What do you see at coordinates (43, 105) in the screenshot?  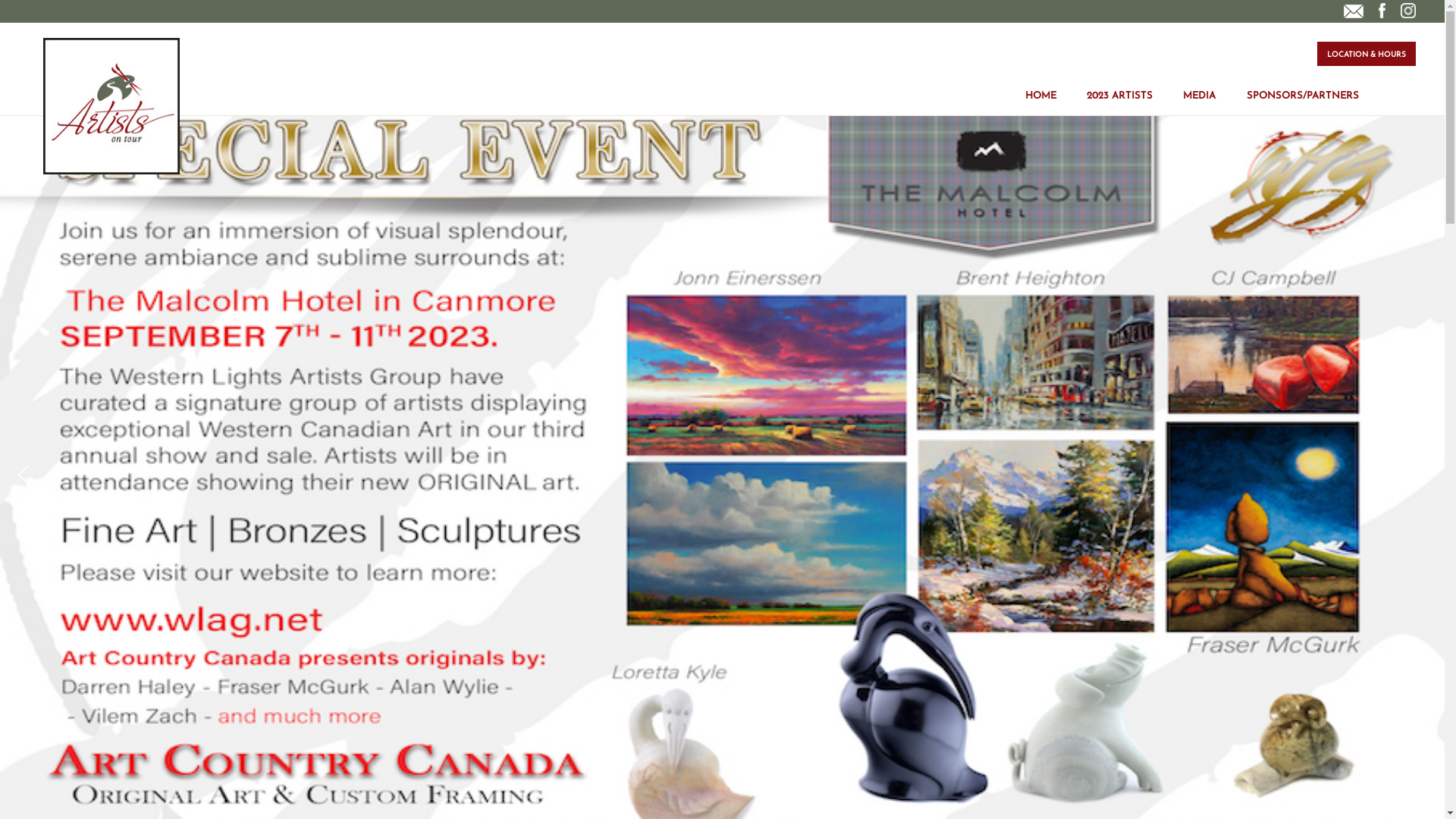 I see `'Artists On Tour'` at bounding box center [43, 105].